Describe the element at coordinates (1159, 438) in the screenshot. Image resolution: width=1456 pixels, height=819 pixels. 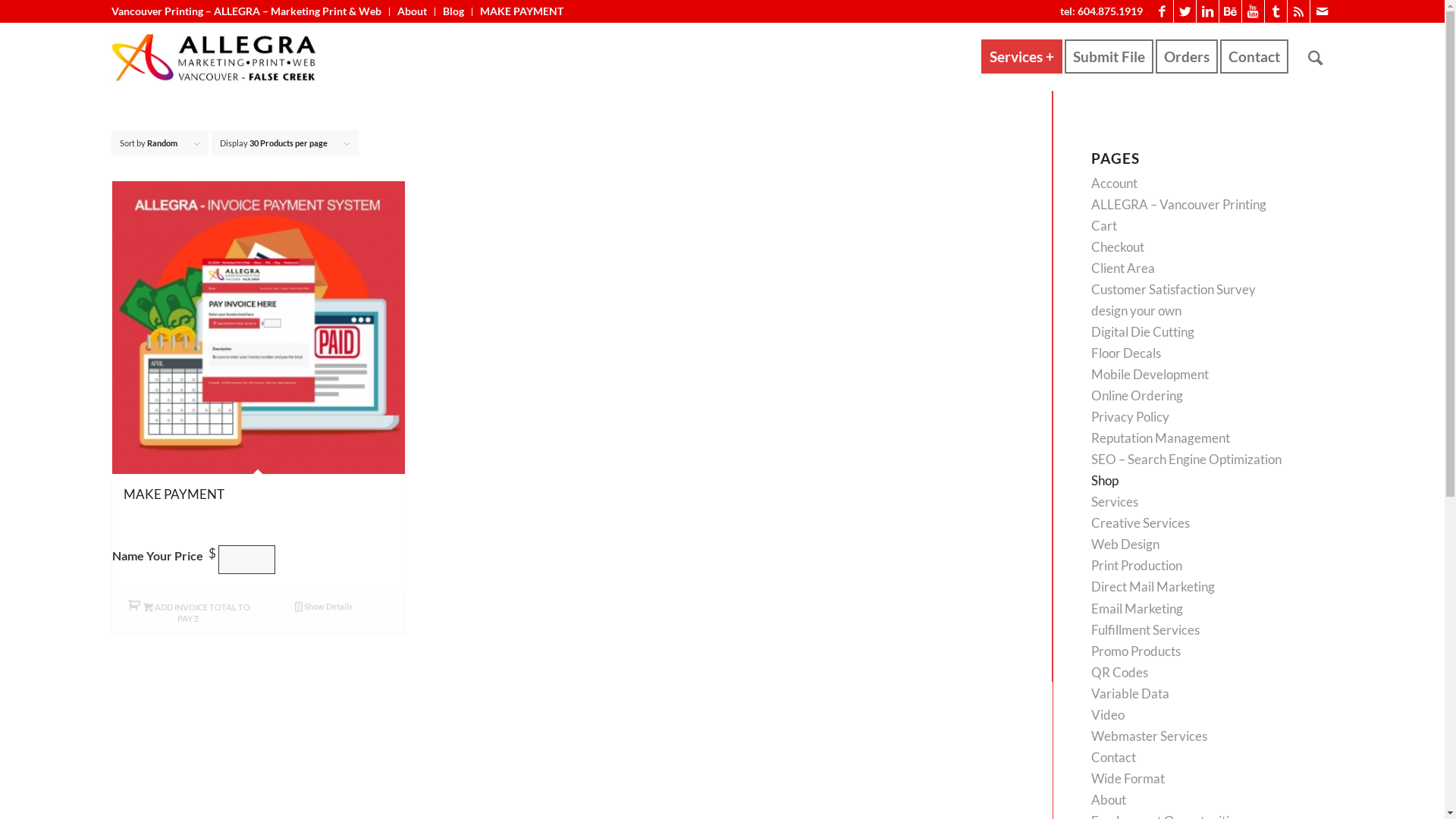
I see `'Reputation Management'` at that location.